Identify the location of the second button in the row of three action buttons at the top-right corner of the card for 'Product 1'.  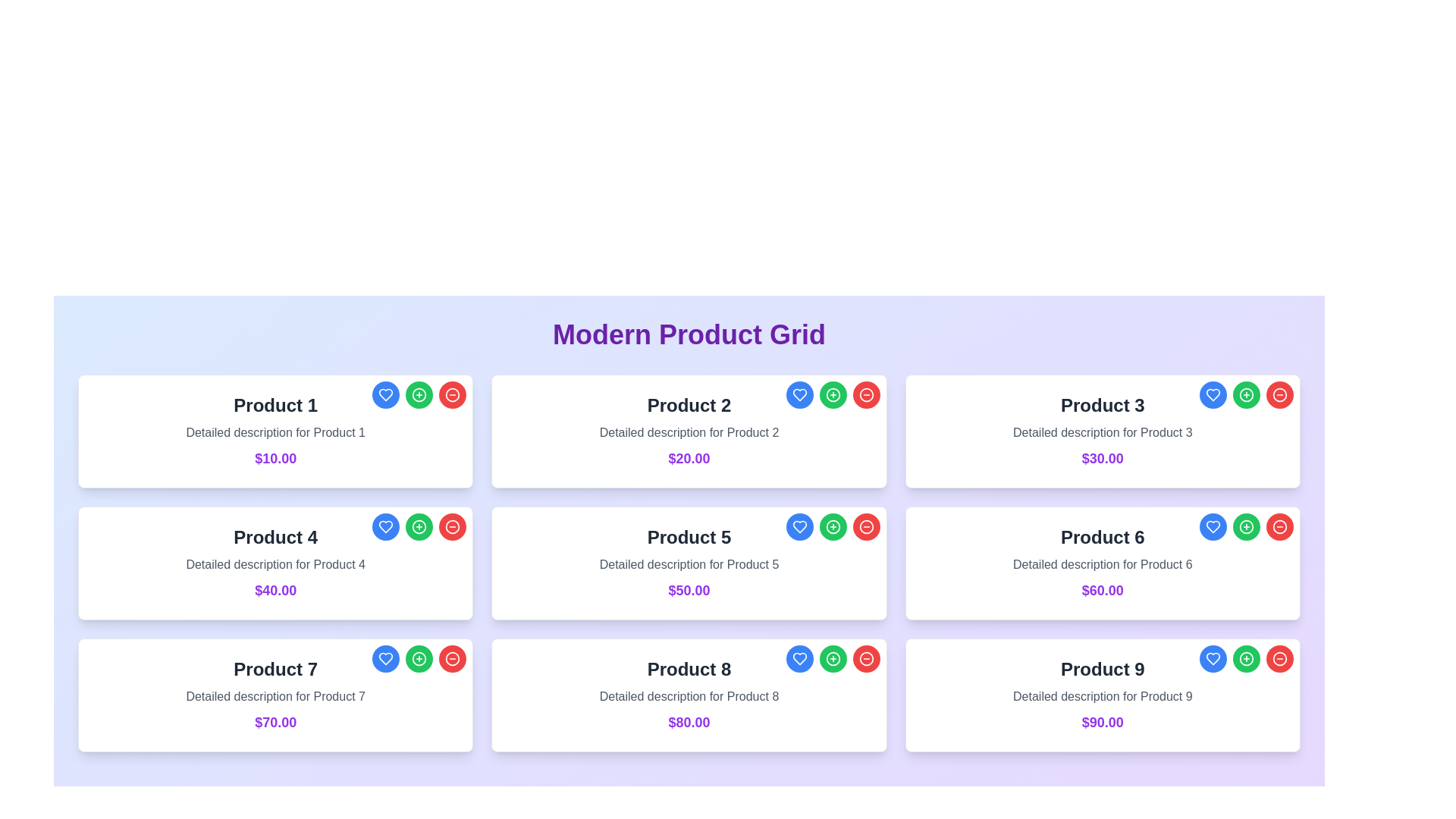
(419, 394).